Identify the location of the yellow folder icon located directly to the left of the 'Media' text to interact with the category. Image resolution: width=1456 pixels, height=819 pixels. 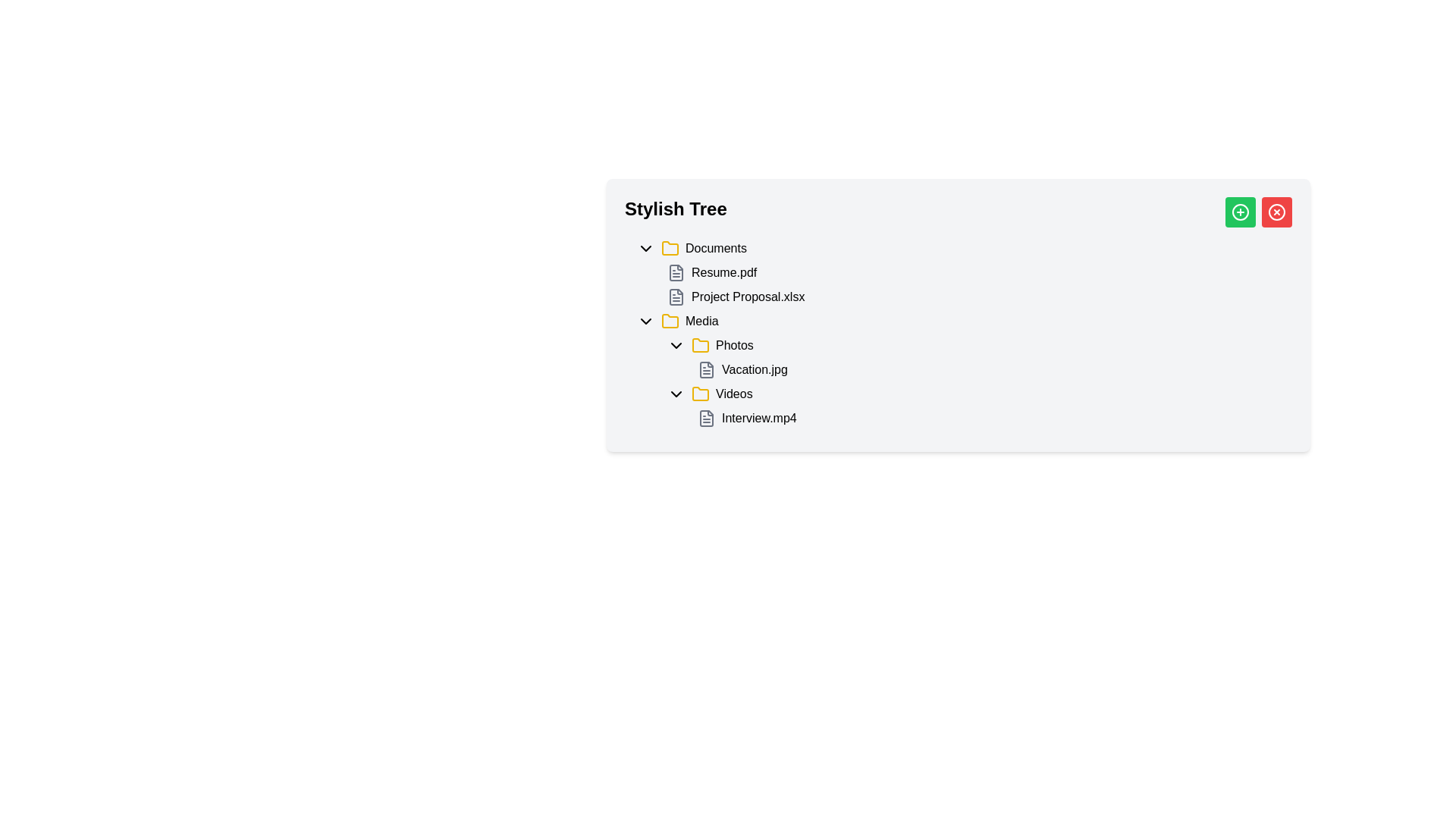
(669, 321).